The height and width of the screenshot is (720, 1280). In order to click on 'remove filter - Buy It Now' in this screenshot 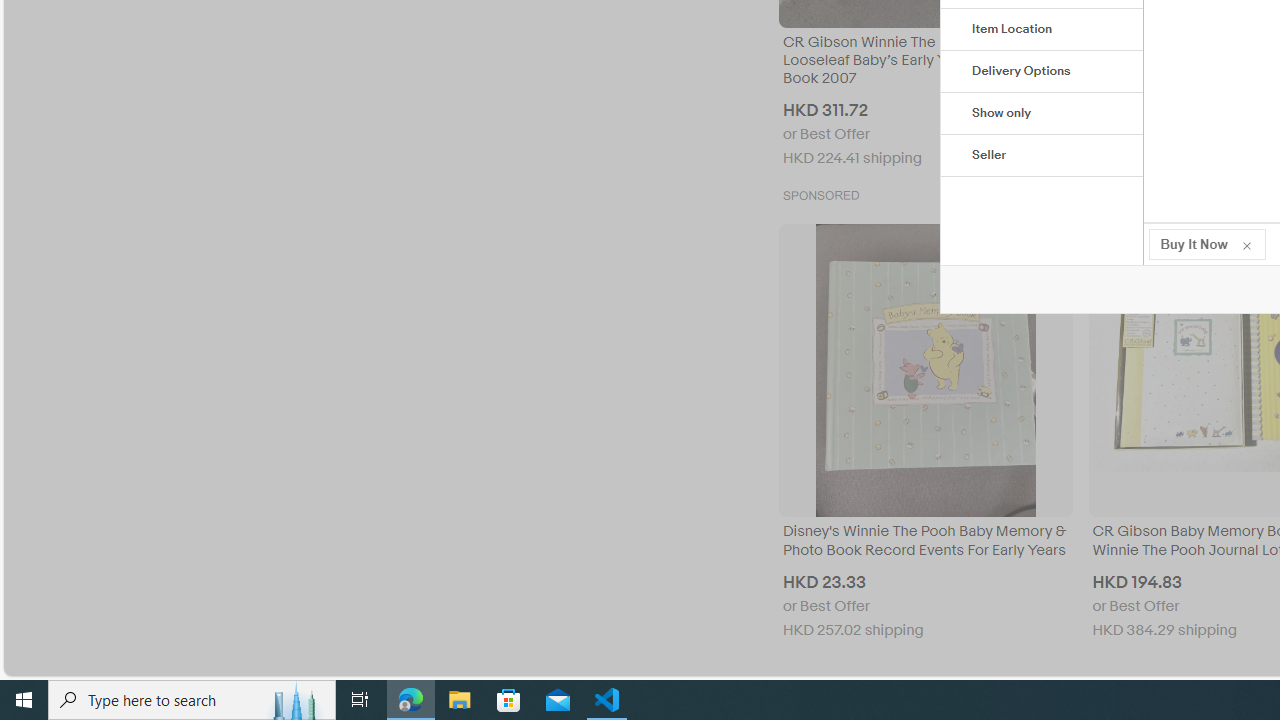, I will do `click(1245, 243)`.